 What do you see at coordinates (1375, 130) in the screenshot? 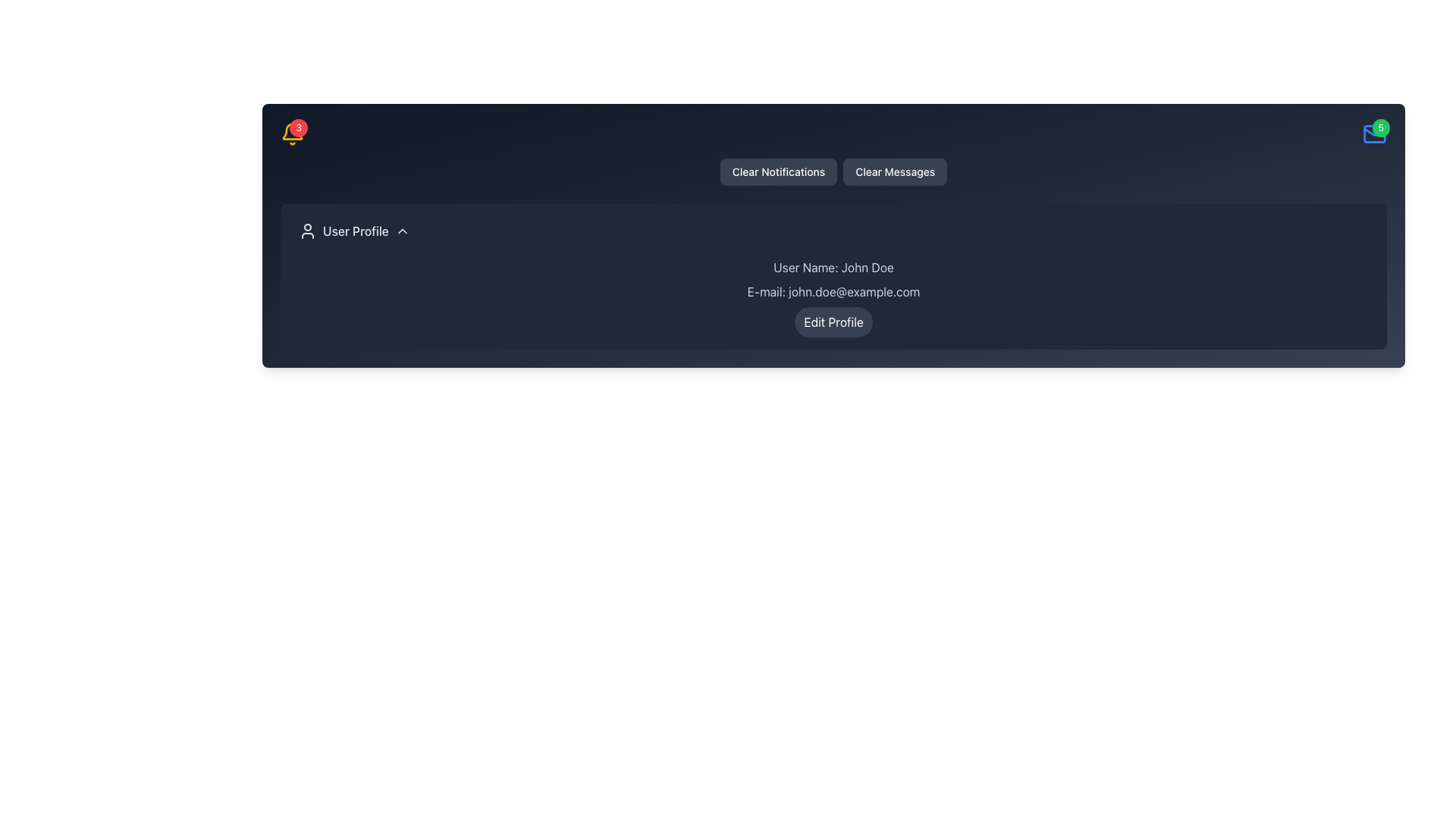
I see `the triangular detail at the top-right corner of the envelope icon, which depicts the flap of the envelope` at bounding box center [1375, 130].